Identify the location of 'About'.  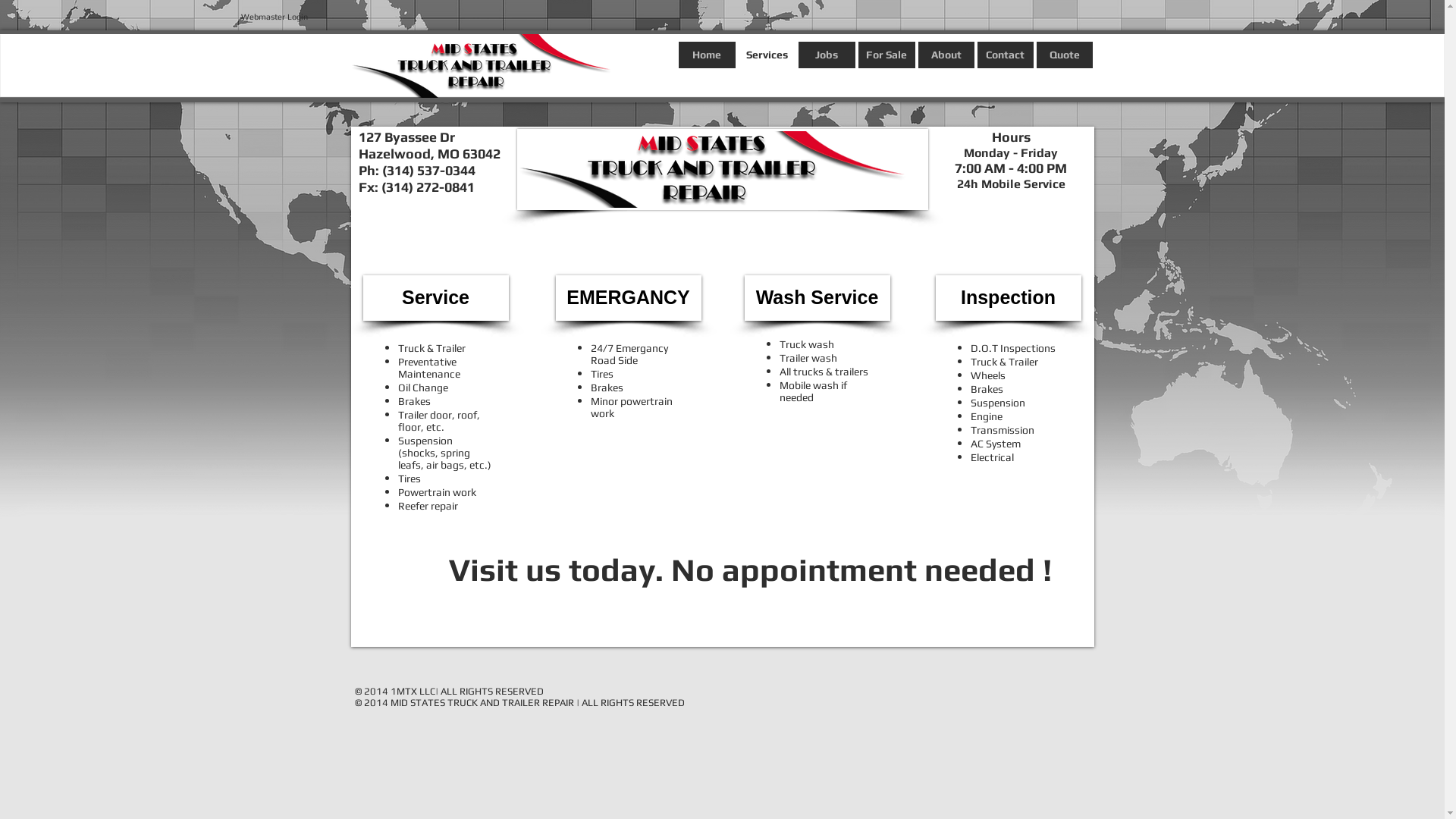
(945, 54).